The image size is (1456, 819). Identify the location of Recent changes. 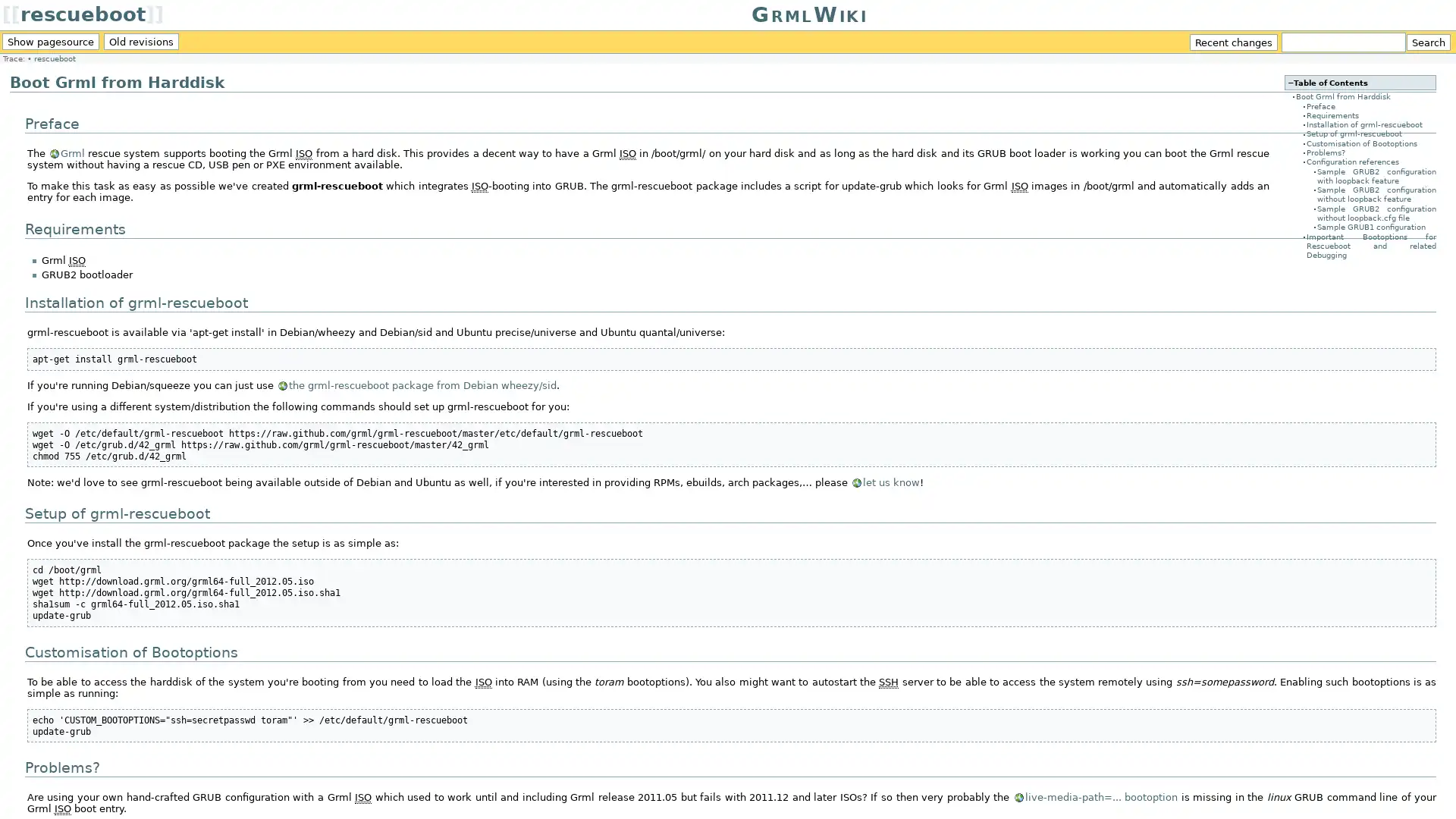
(1234, 42).